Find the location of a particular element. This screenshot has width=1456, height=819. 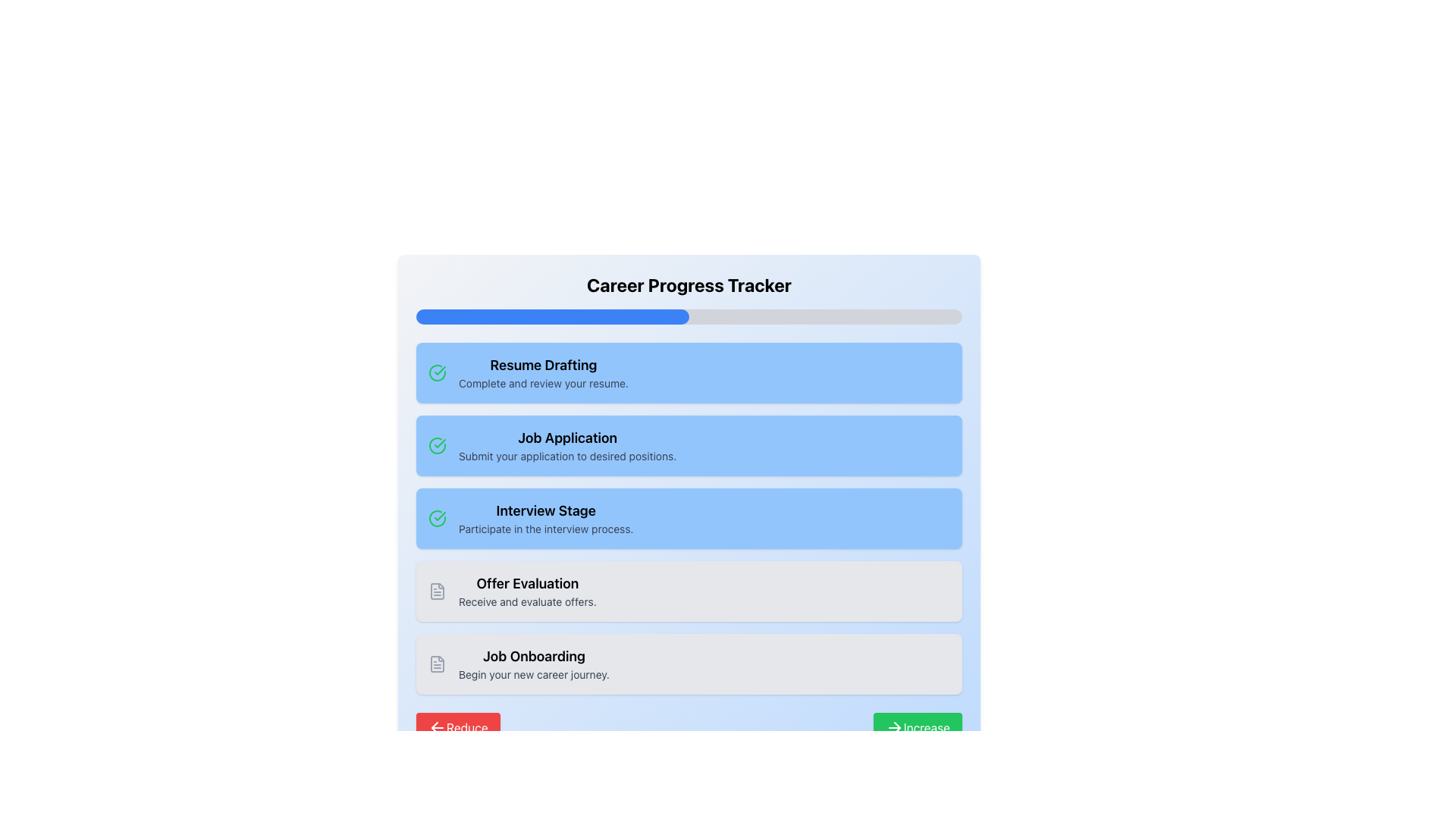

the 'Interview Stage' step card in the Career Progress Tracker, which is the third section in a vertically stacked list is located at coordinates (688, 517).